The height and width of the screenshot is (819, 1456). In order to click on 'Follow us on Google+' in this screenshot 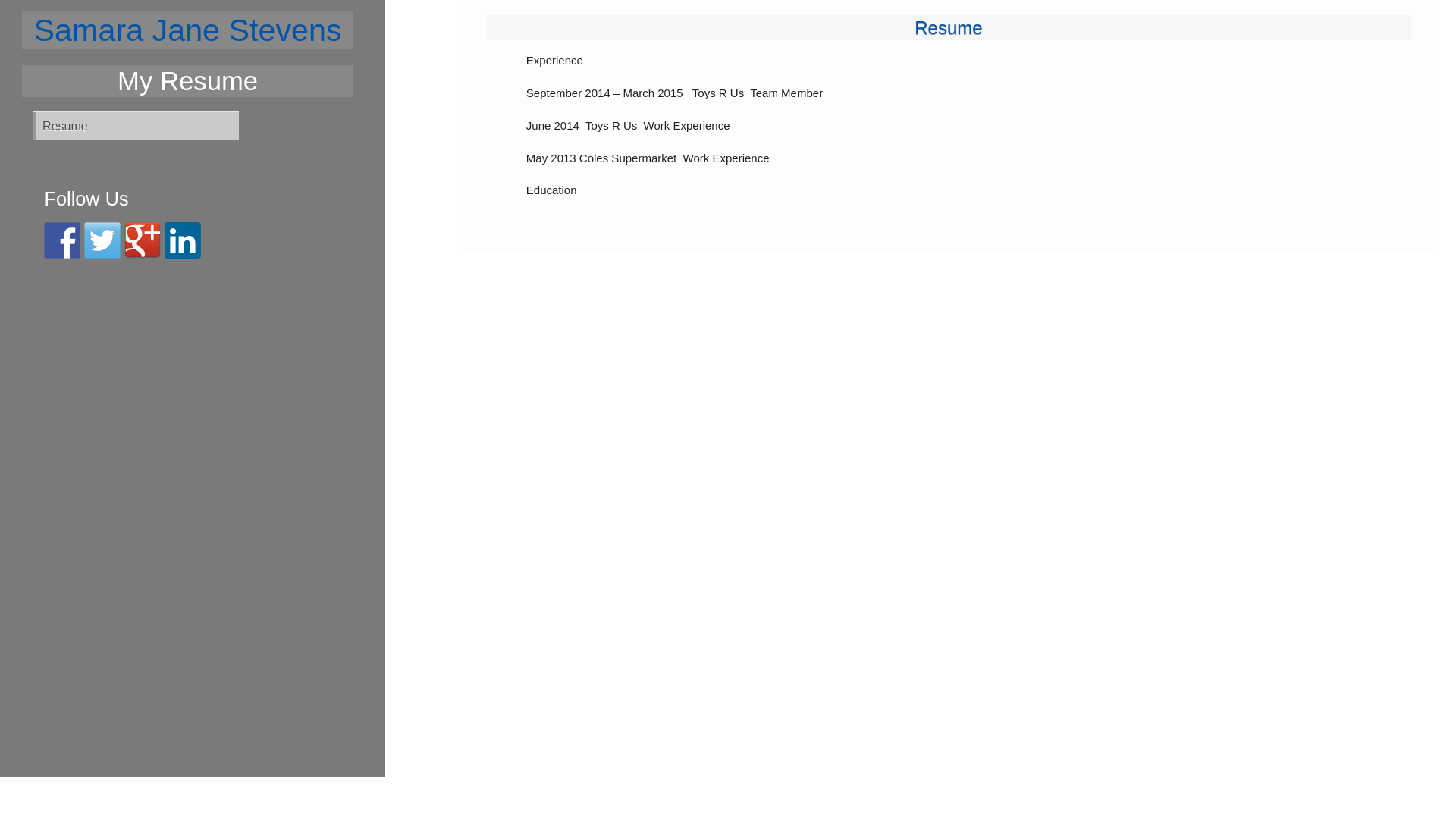, I will do `click(142, 239)`.